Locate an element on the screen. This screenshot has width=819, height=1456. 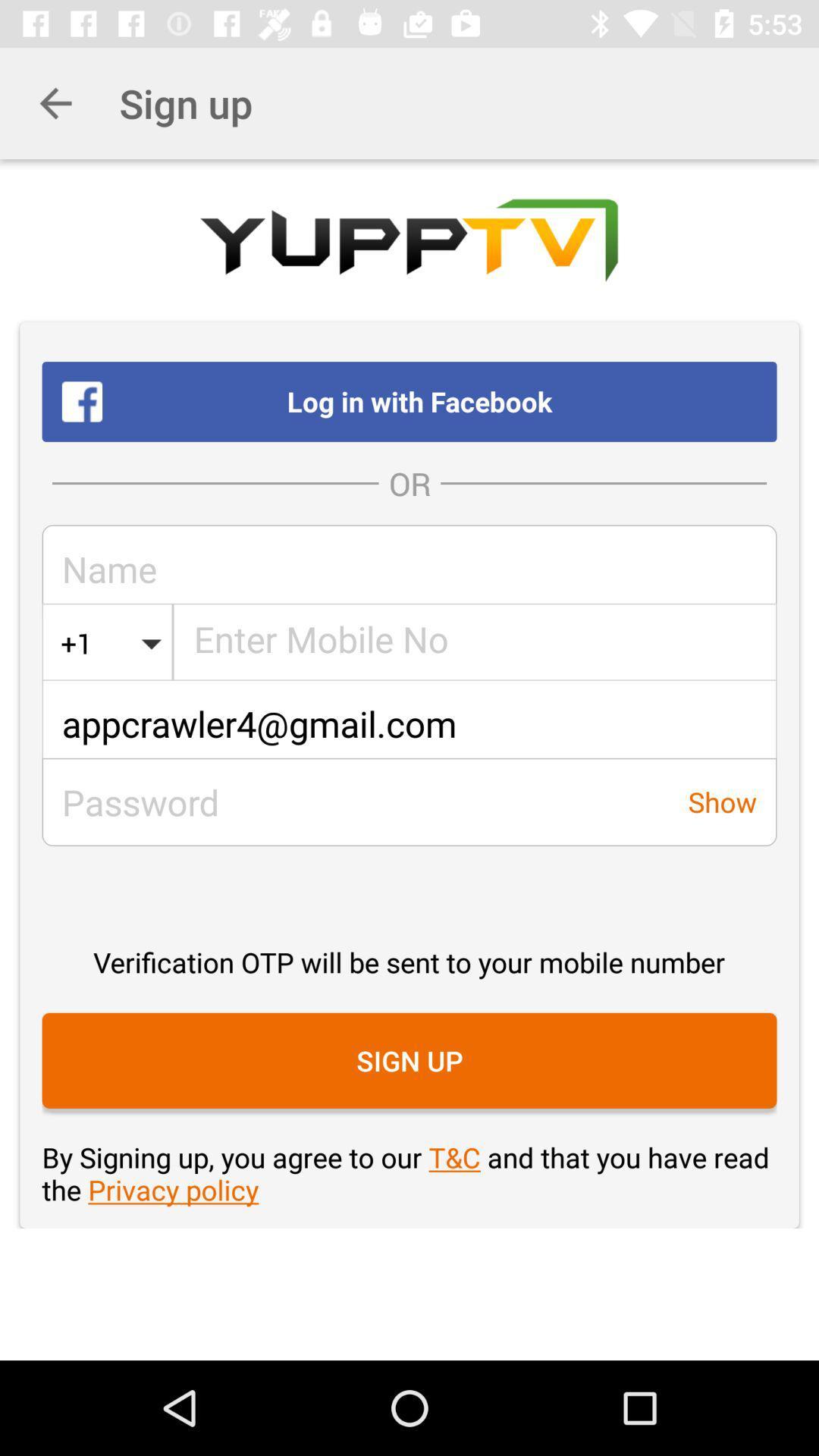
the item above united states item is located at coordinates (409, 568).